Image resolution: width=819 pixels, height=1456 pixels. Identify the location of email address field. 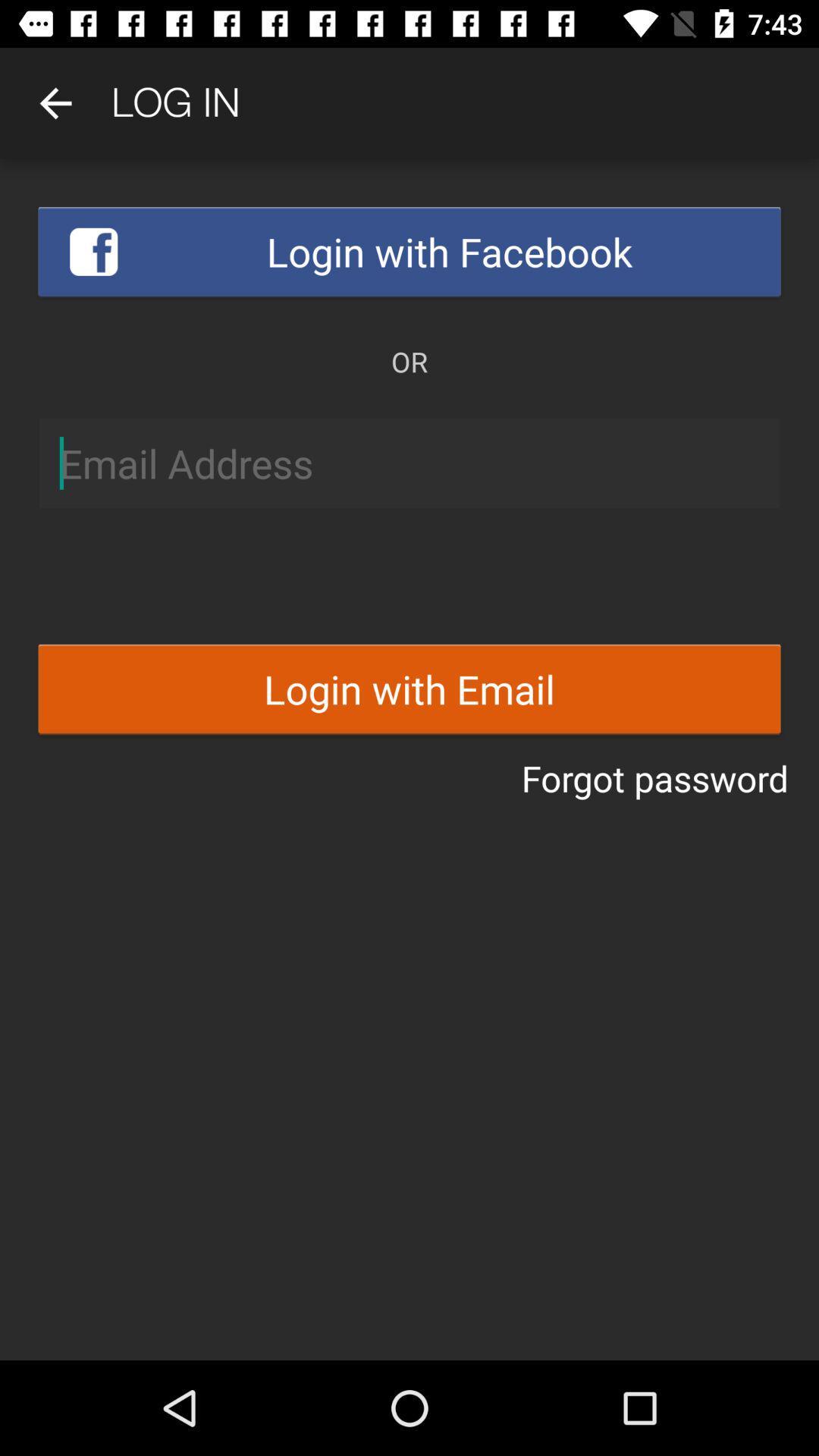
(409, 463).